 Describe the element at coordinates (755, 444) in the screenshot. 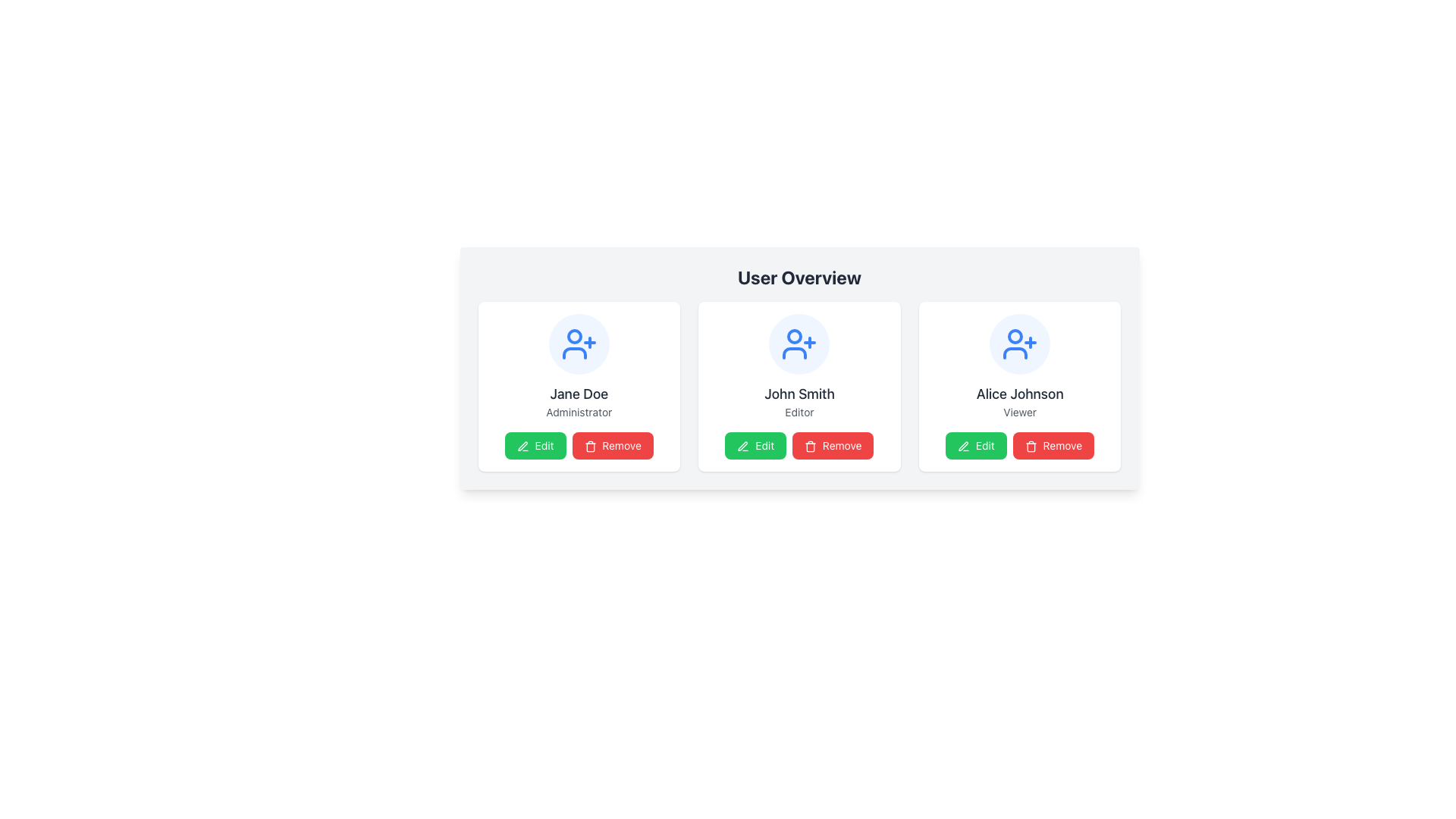

I see `the 'Edit' button associated with user 'John Smith' to observe the hover effects` at that location.